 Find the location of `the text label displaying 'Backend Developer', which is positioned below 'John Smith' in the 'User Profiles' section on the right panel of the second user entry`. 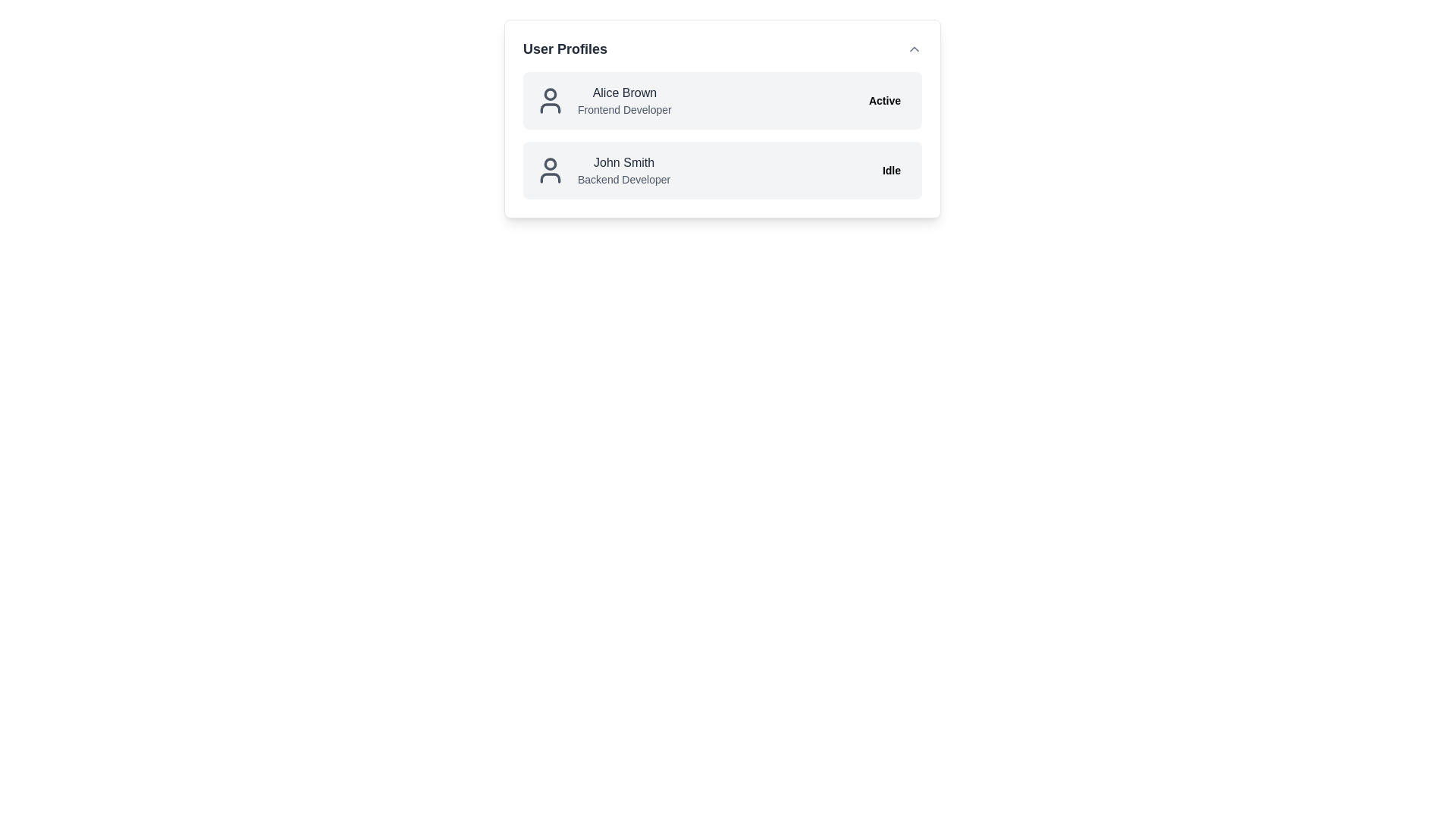

the text label displaying 'Backend Developer', which is positioned below 'John Smith' in the 'User Profiles' section on the right panel of the second user entry is located at coordinates (624, 178).